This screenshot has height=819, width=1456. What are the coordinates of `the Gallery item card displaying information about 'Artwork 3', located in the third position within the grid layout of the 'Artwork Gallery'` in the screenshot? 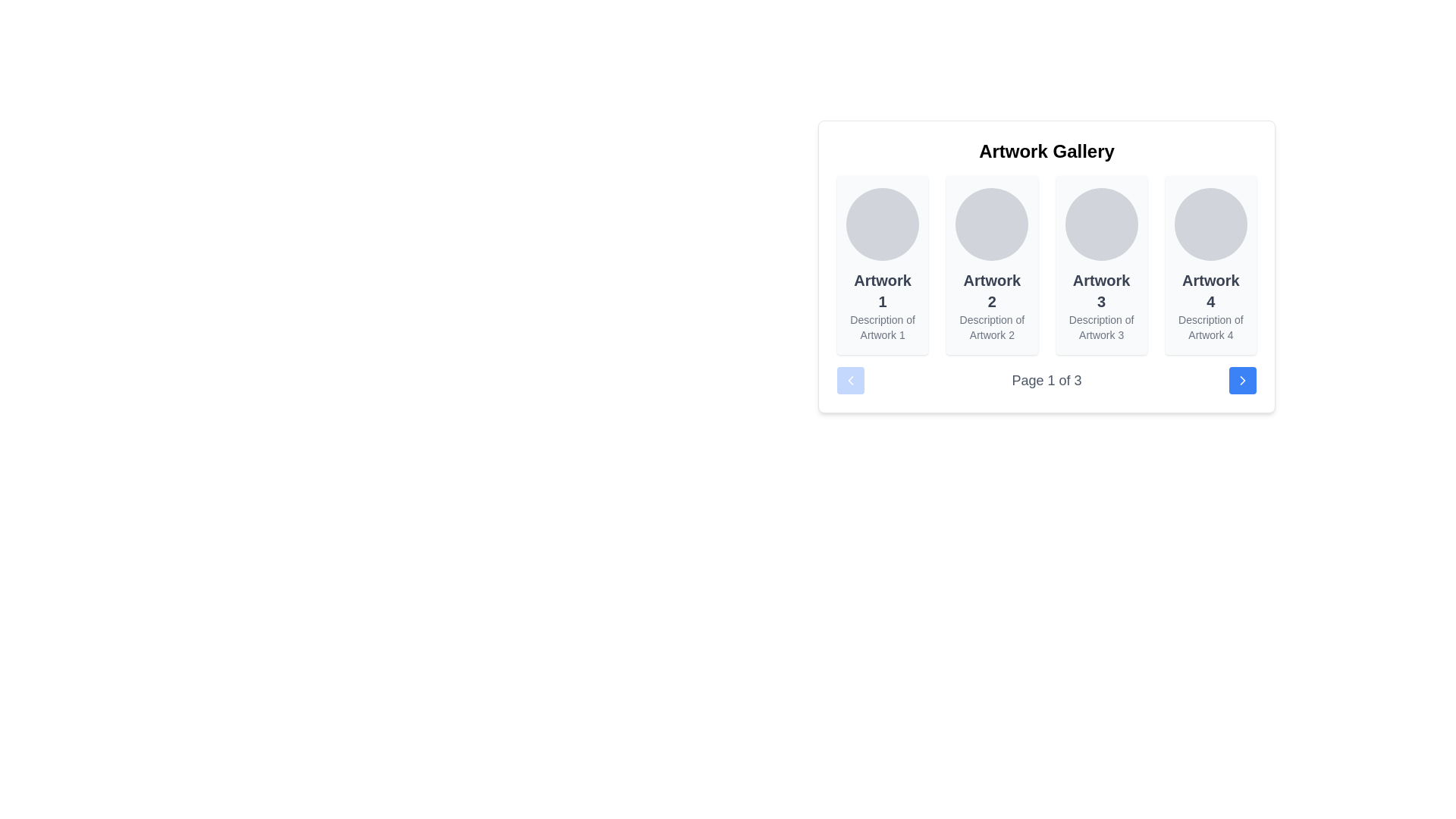 It's located at (1101, 265).